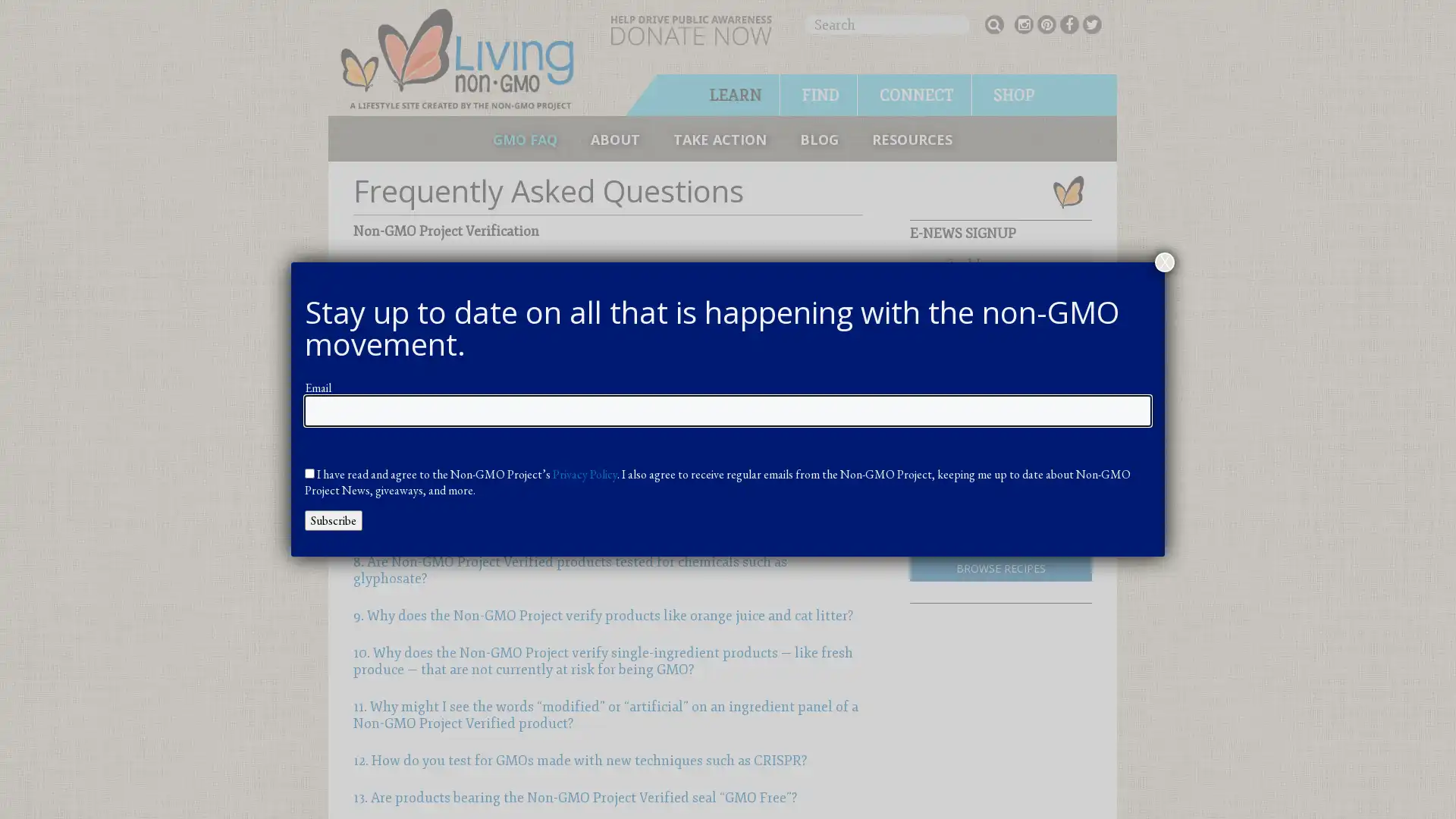 This screenshot has width=1456, height=819. Describe the element at coordinates (1164, 260) in the screenshot. I see `Close` at that location.